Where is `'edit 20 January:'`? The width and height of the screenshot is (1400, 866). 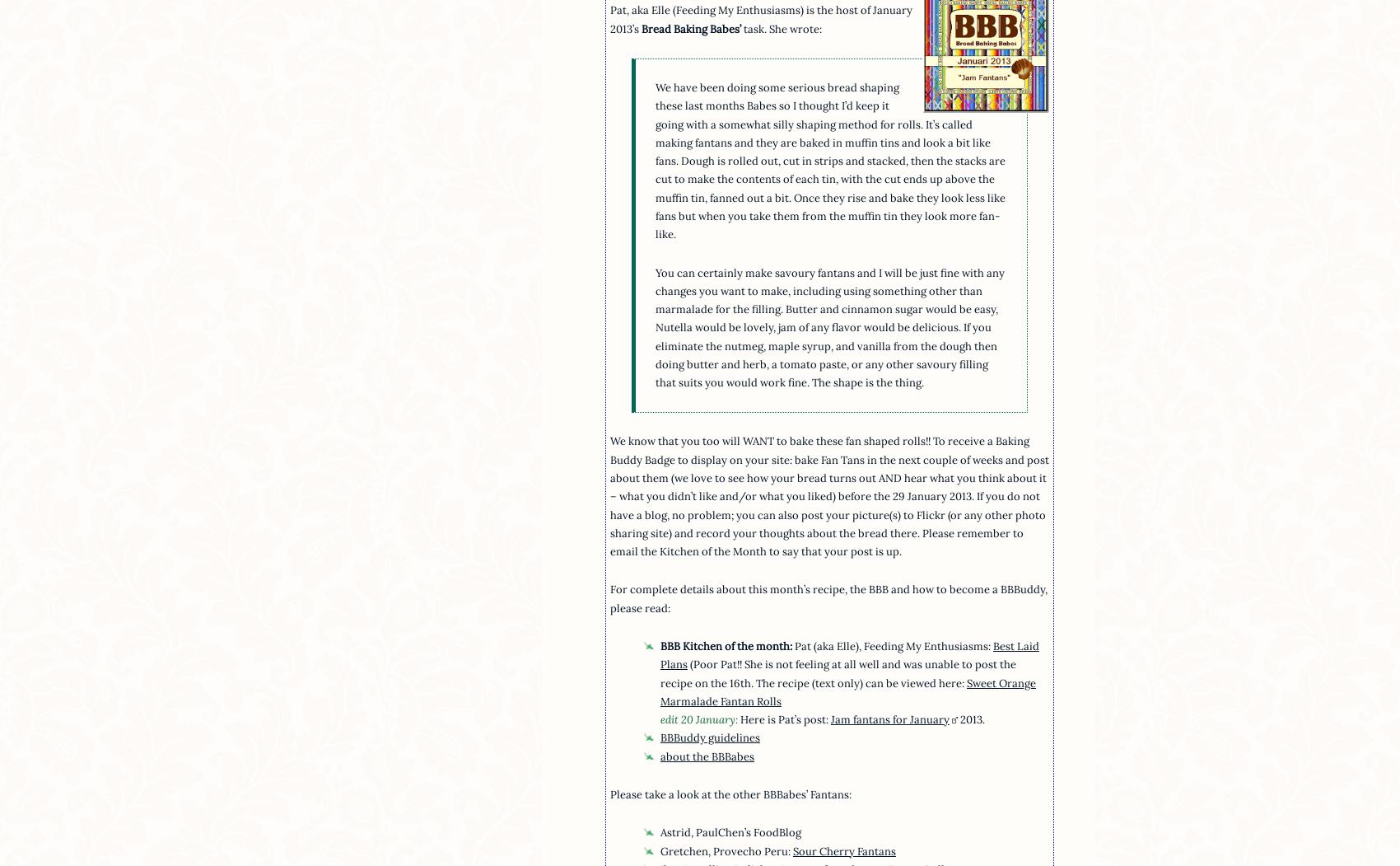
'edit 20 January:' is located at coordinates (659, 719).